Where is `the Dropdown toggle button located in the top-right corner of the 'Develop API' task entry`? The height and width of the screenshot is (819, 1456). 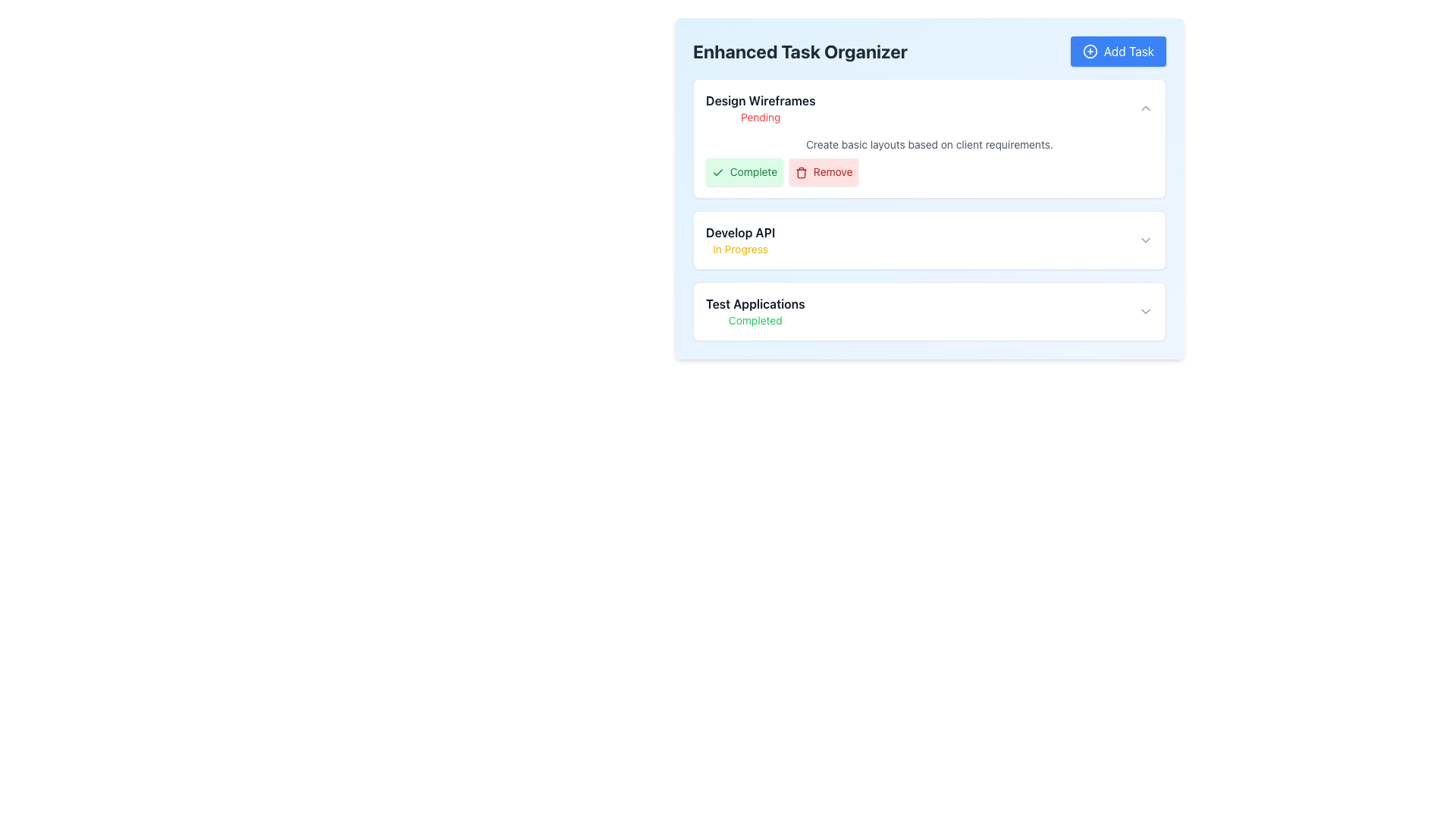
the Dropdown toggle button located in the top-right corner of the 'Develop API' task entry is located at coordinates (1146, 239).